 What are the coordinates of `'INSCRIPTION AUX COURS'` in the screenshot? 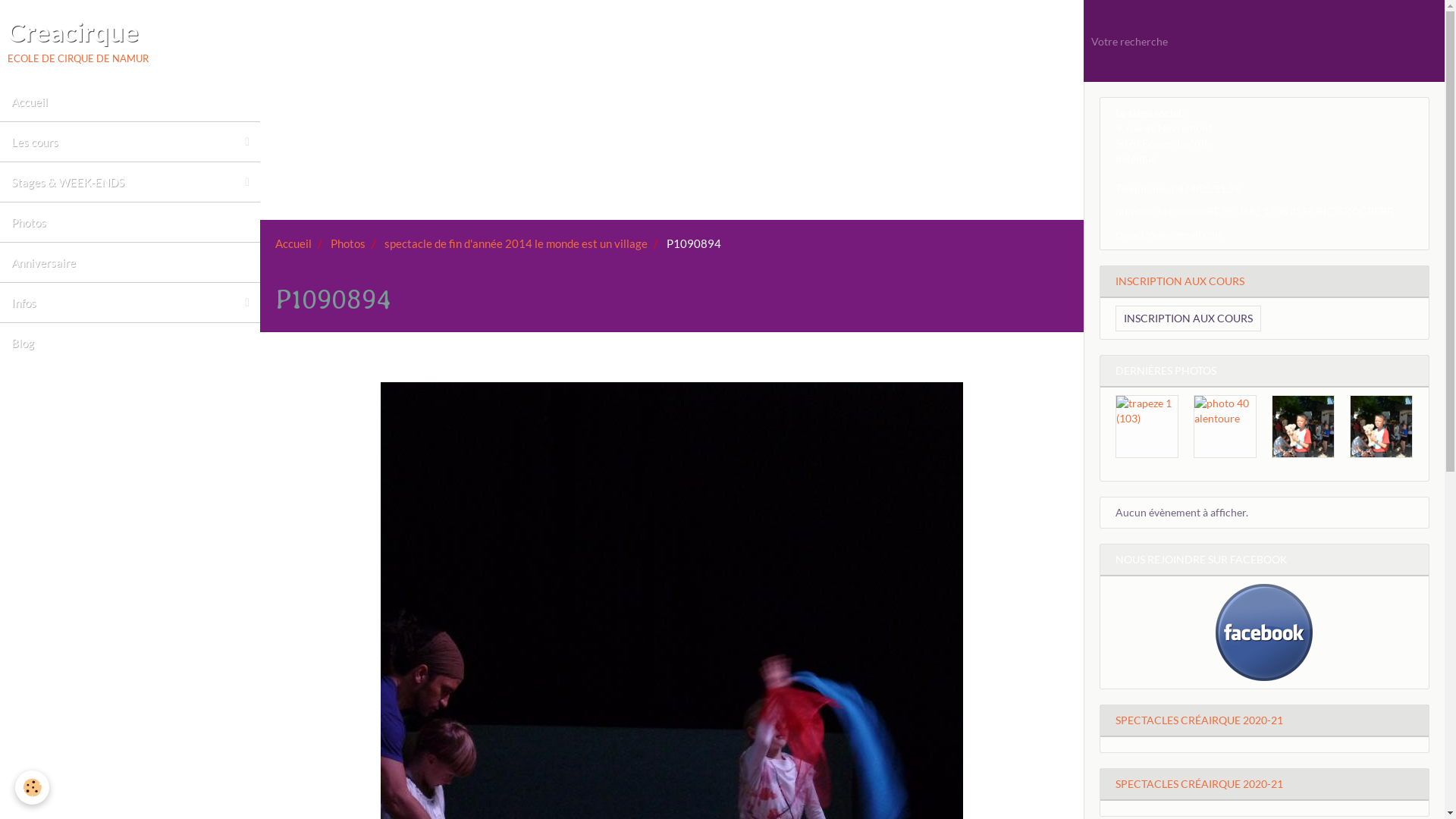 It's located at (1100, 281).